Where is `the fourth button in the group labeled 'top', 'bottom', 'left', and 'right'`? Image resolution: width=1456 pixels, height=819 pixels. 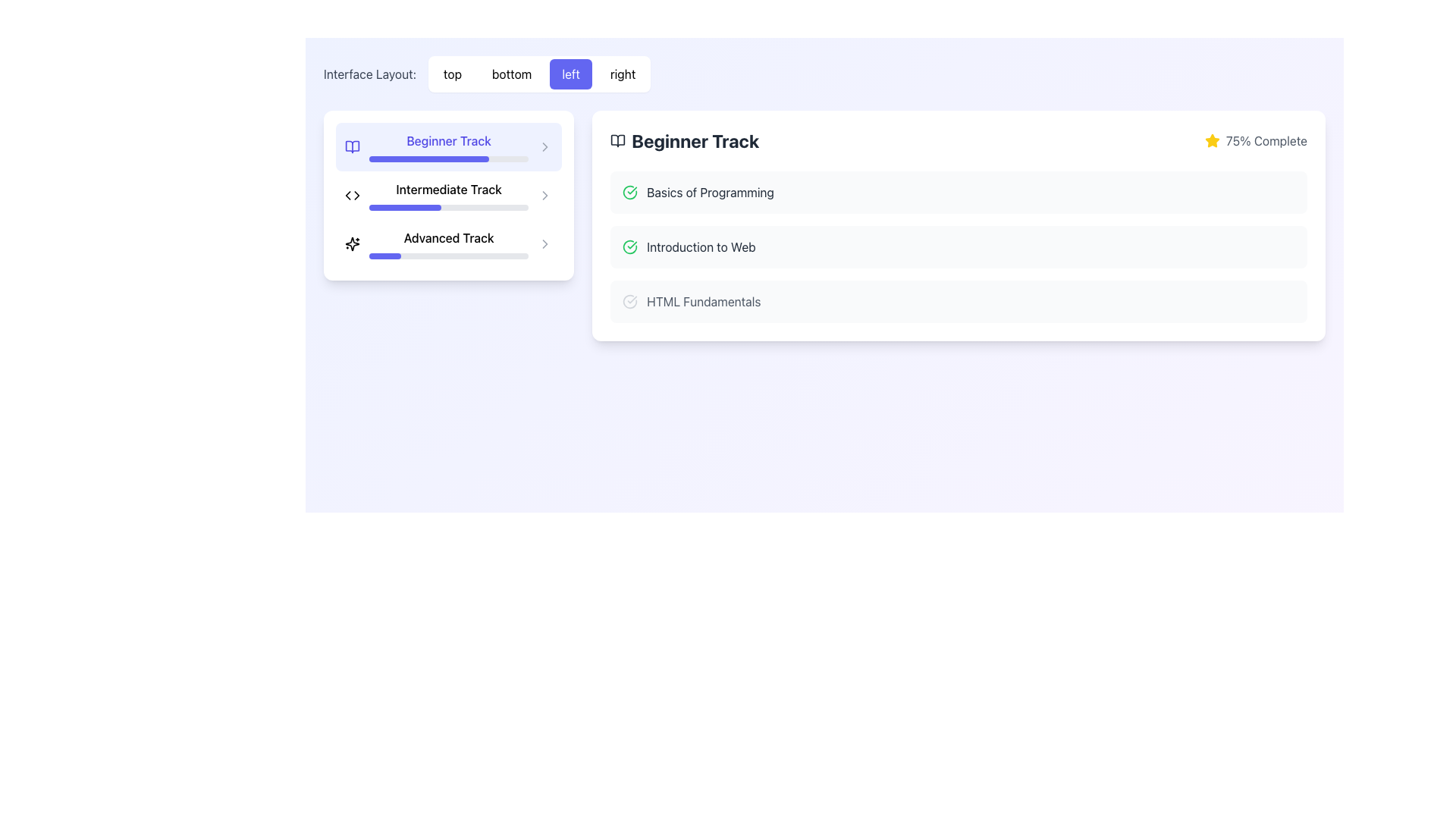
the fourth button in the group labeled 'top', 'bottom', 'left', and 'right' is located at coordinates (623, 74).